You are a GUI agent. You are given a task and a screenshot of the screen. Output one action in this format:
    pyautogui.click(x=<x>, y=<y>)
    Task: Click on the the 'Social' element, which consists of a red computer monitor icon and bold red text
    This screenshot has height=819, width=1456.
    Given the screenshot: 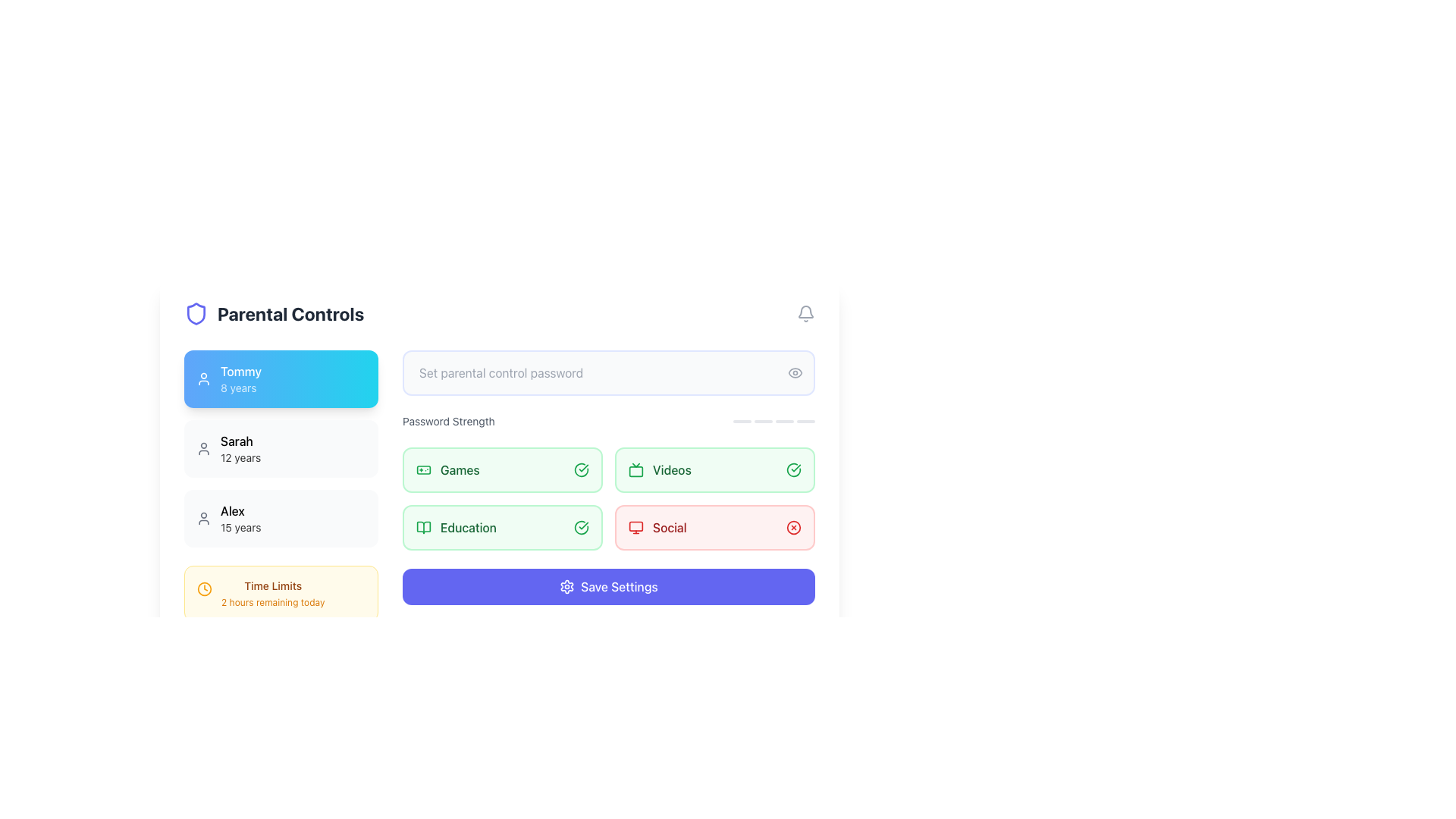 What is the action you would take?
    pyautogui.click(x=657, y=526)
    